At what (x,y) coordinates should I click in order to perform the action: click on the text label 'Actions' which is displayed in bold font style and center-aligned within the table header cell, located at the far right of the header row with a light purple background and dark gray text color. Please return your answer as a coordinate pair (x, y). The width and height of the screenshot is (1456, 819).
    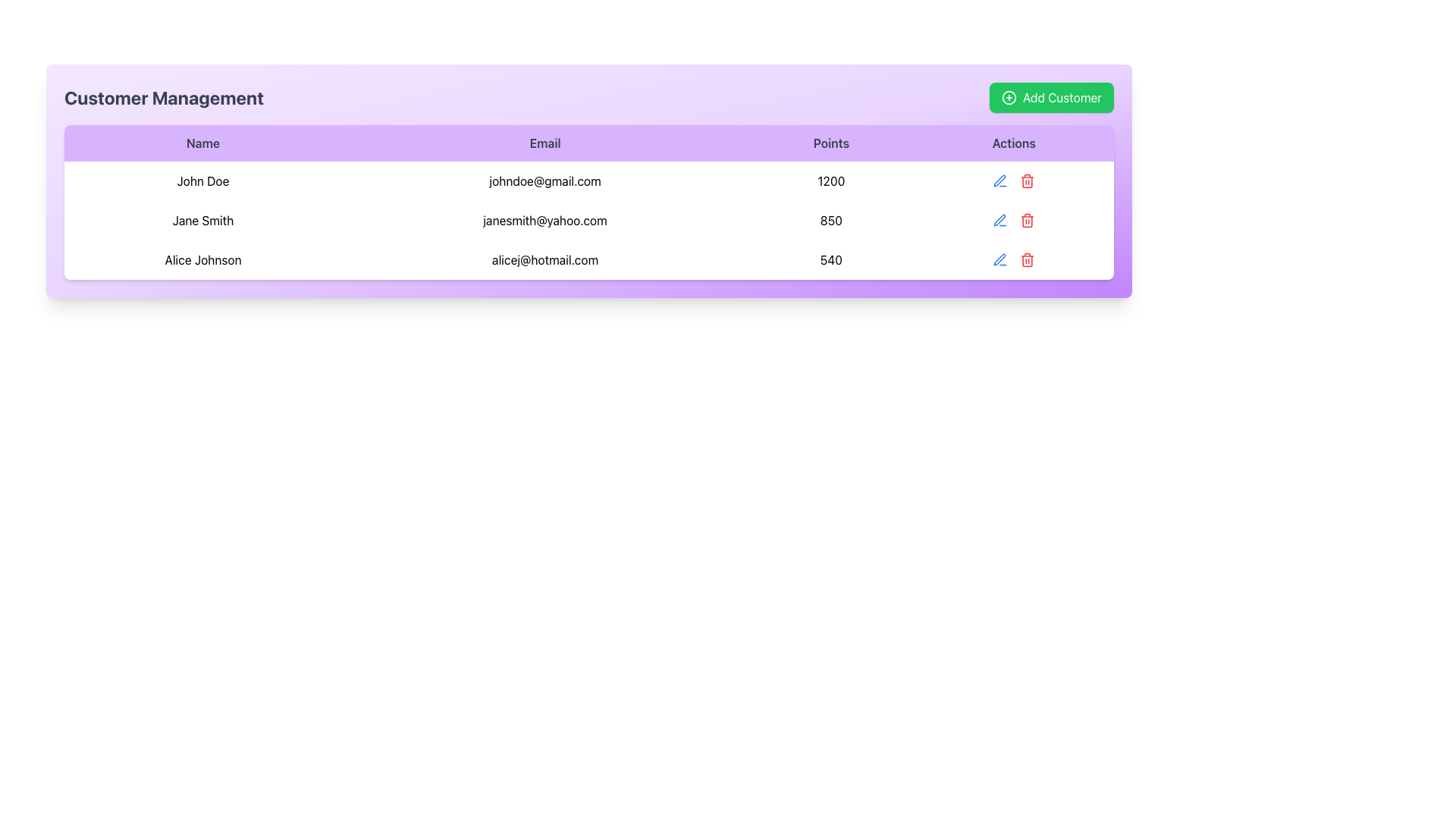
    Looking at the image, I should click on (1014, 143).